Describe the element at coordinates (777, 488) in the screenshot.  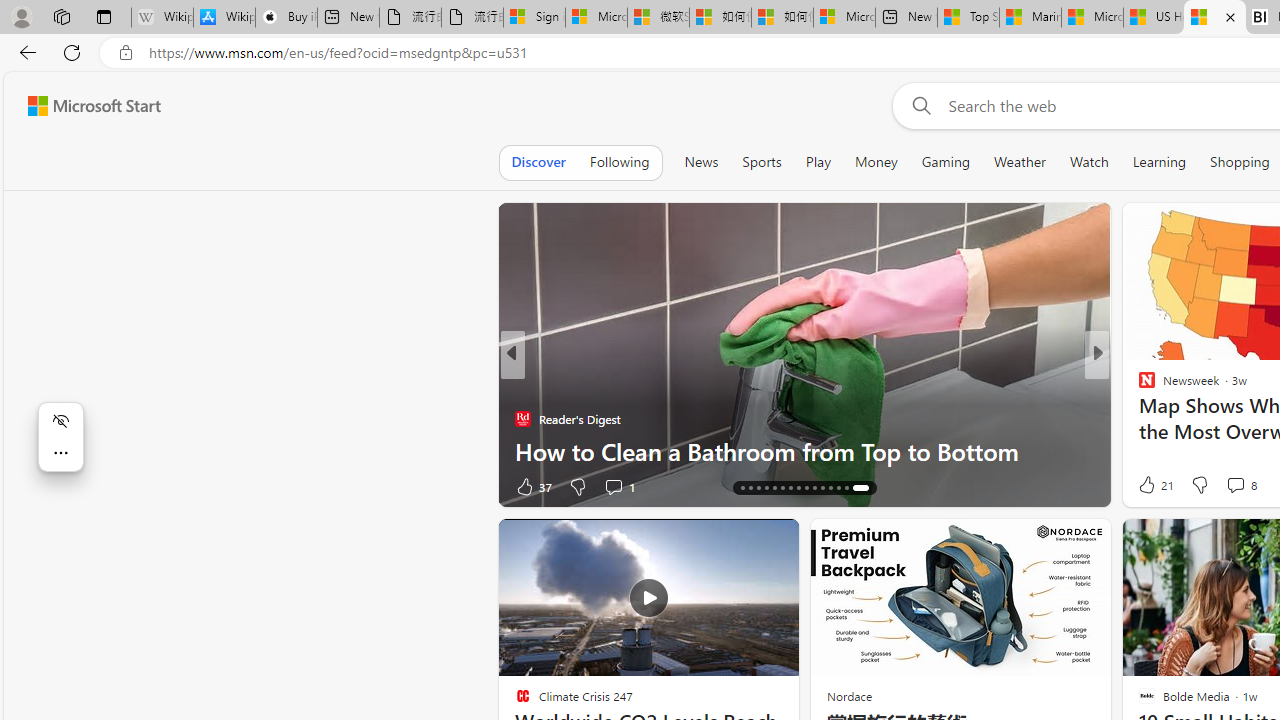
I see `'AutomationID: tab-19'` at that location.